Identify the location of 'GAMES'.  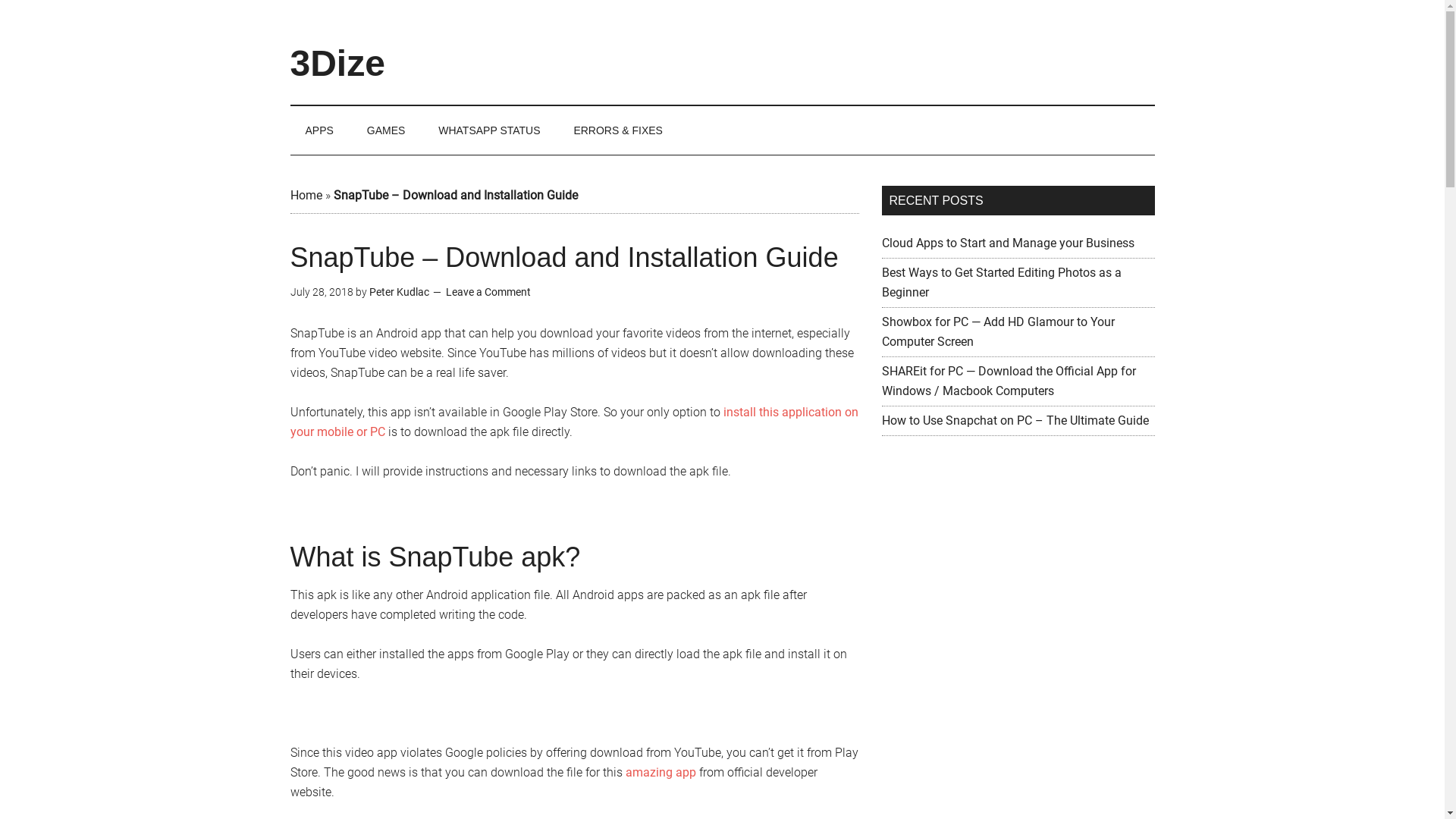
(386, 130).